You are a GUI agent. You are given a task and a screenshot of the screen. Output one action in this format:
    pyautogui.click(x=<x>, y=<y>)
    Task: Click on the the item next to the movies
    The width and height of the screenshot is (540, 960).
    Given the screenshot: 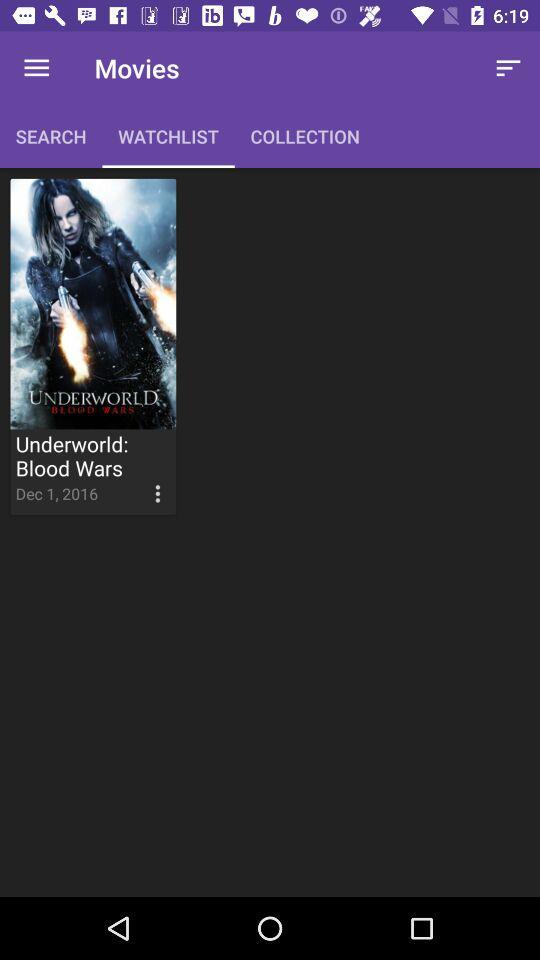 What is the action you would take?
    pyautogui.click(x=36, y=68)
    